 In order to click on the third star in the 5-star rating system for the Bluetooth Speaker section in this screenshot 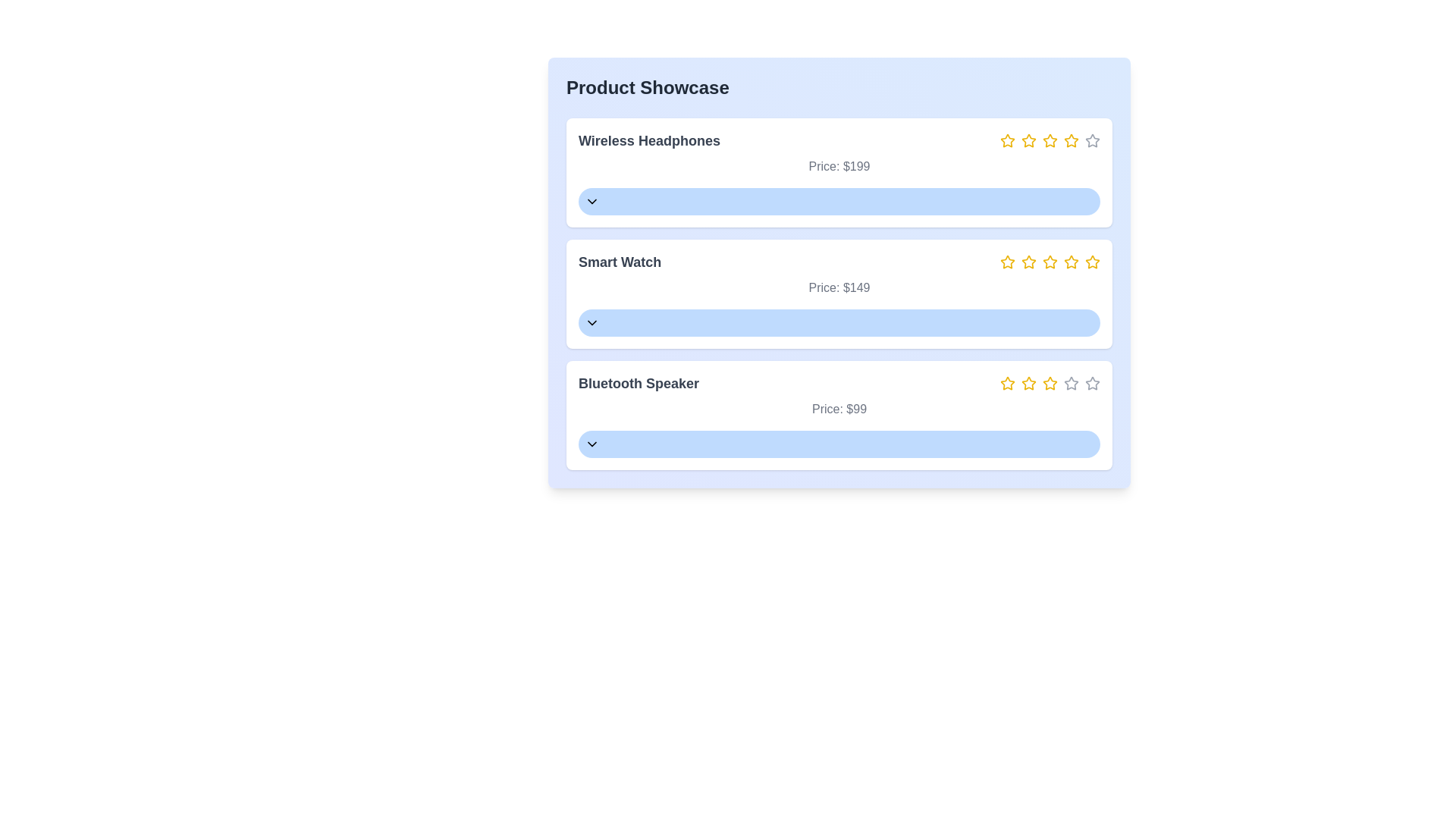, I will do `click(1050, 382)`.